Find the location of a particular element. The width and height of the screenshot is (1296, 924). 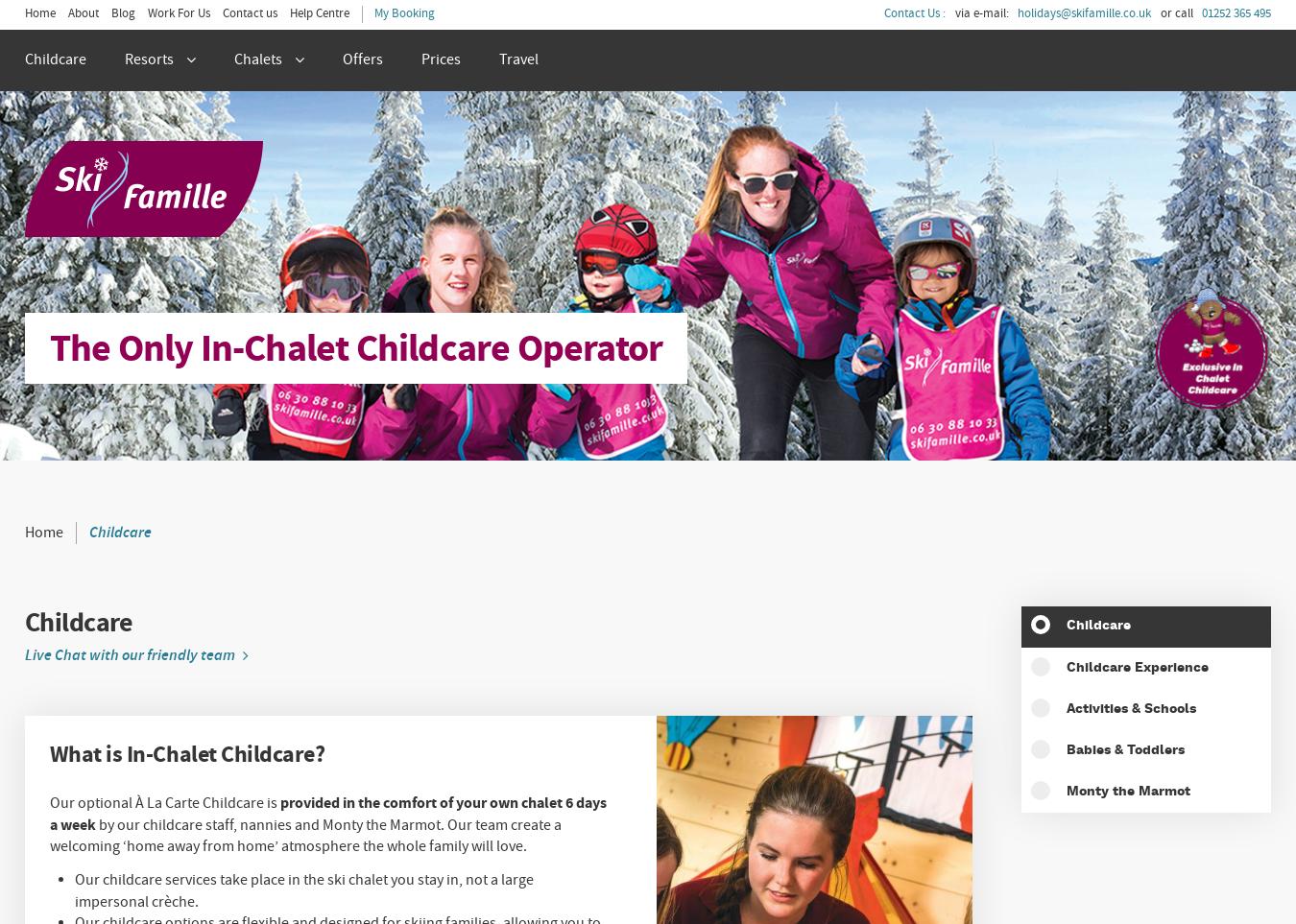

'Chalet Bacall' is located at coordinates (41, 394).